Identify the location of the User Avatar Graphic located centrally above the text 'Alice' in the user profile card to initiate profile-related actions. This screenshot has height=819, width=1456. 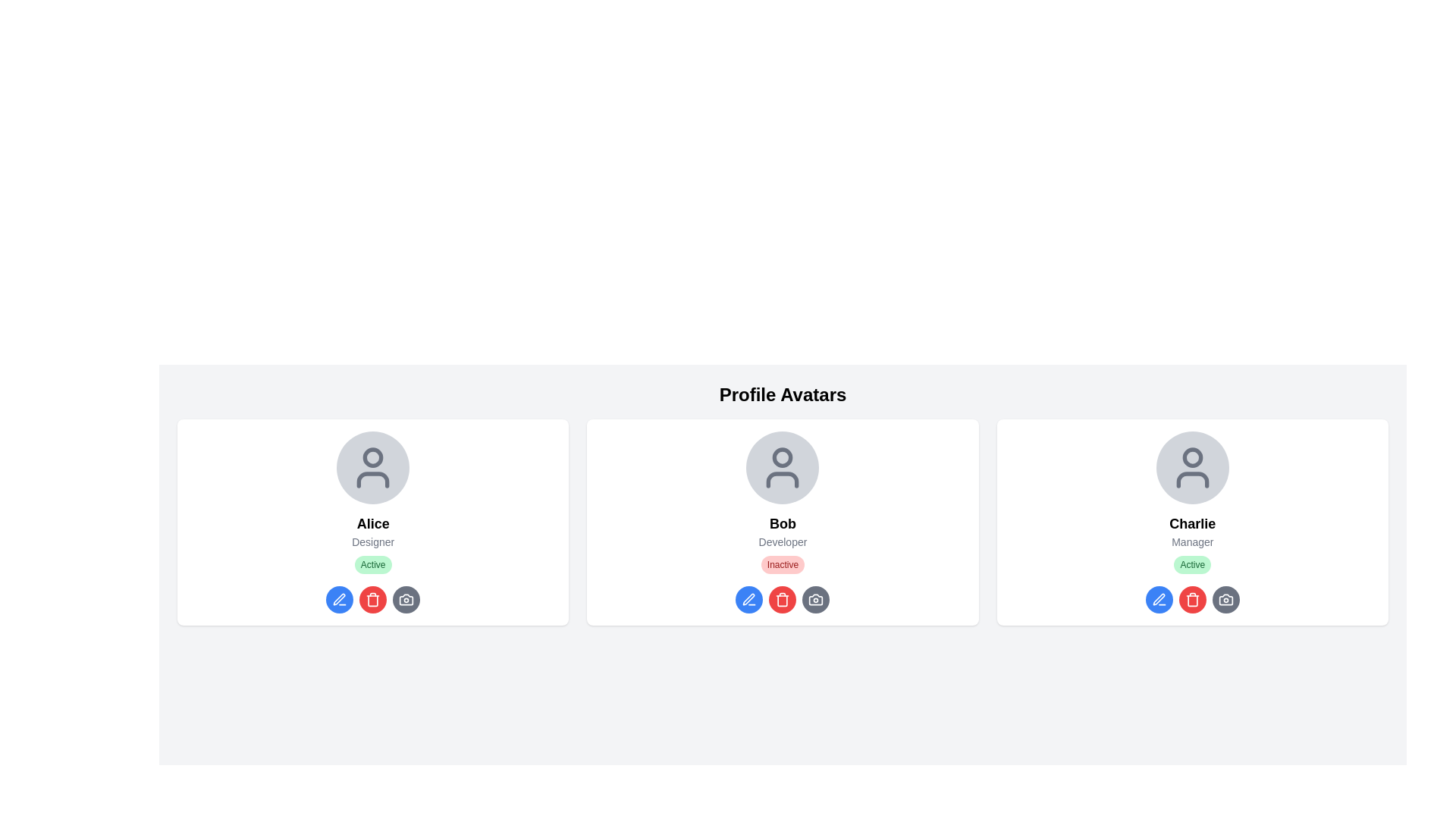
(372, 467).